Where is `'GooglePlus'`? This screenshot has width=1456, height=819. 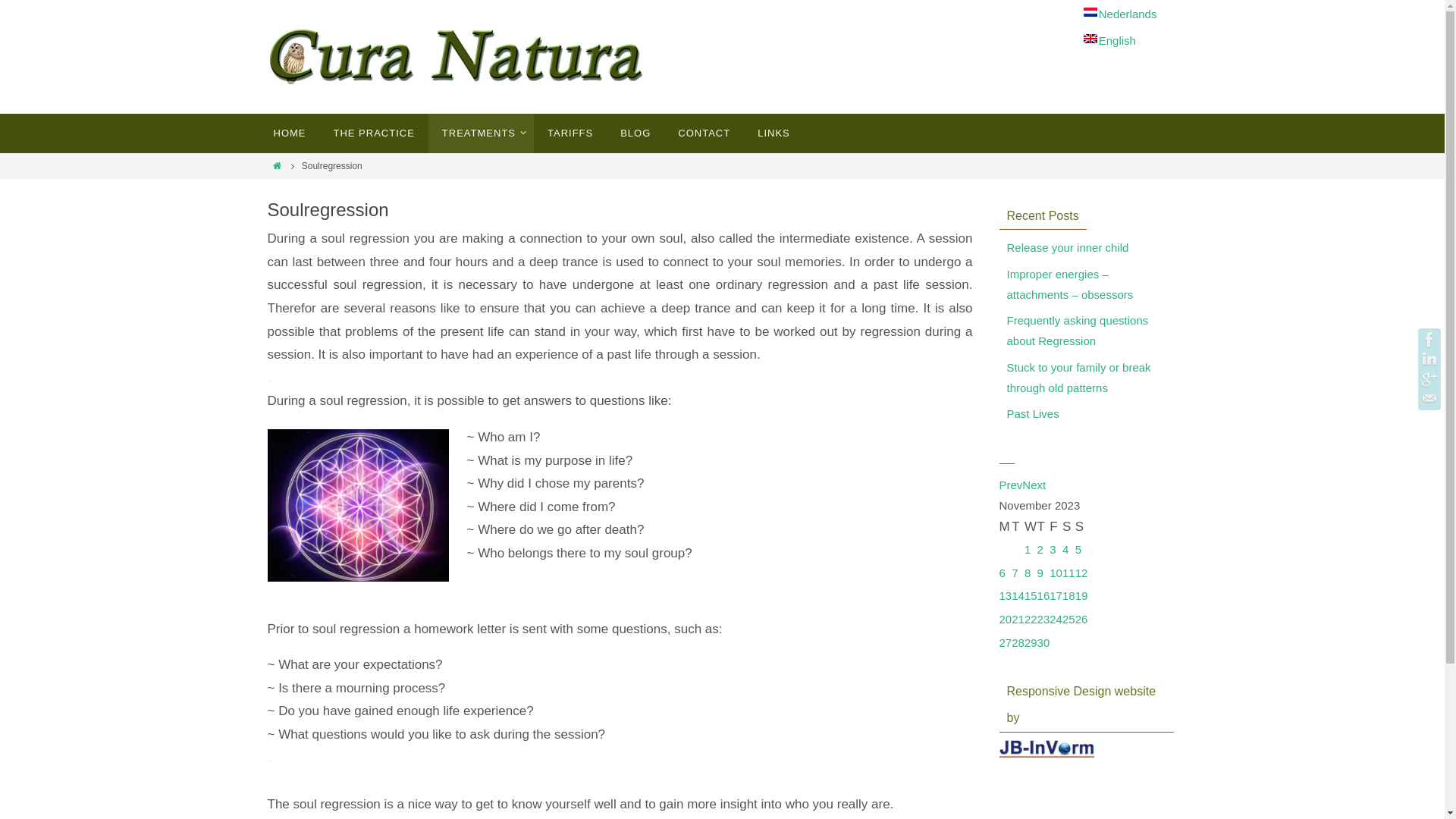
'GooglePlus' is located at coordinates (1429, 378).